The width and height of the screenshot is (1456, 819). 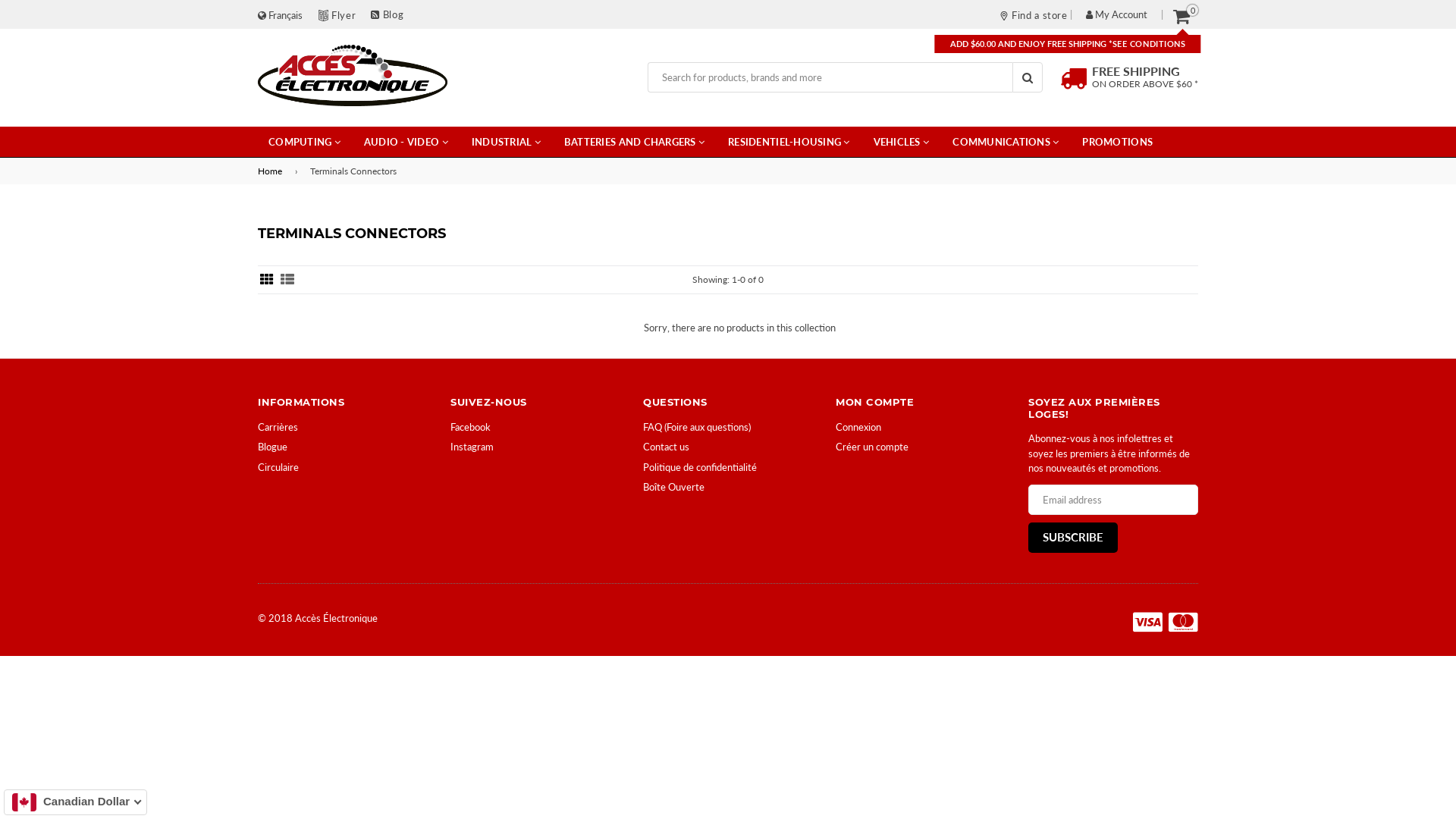 I want to click on 'Home', so click(x=272, y=171).